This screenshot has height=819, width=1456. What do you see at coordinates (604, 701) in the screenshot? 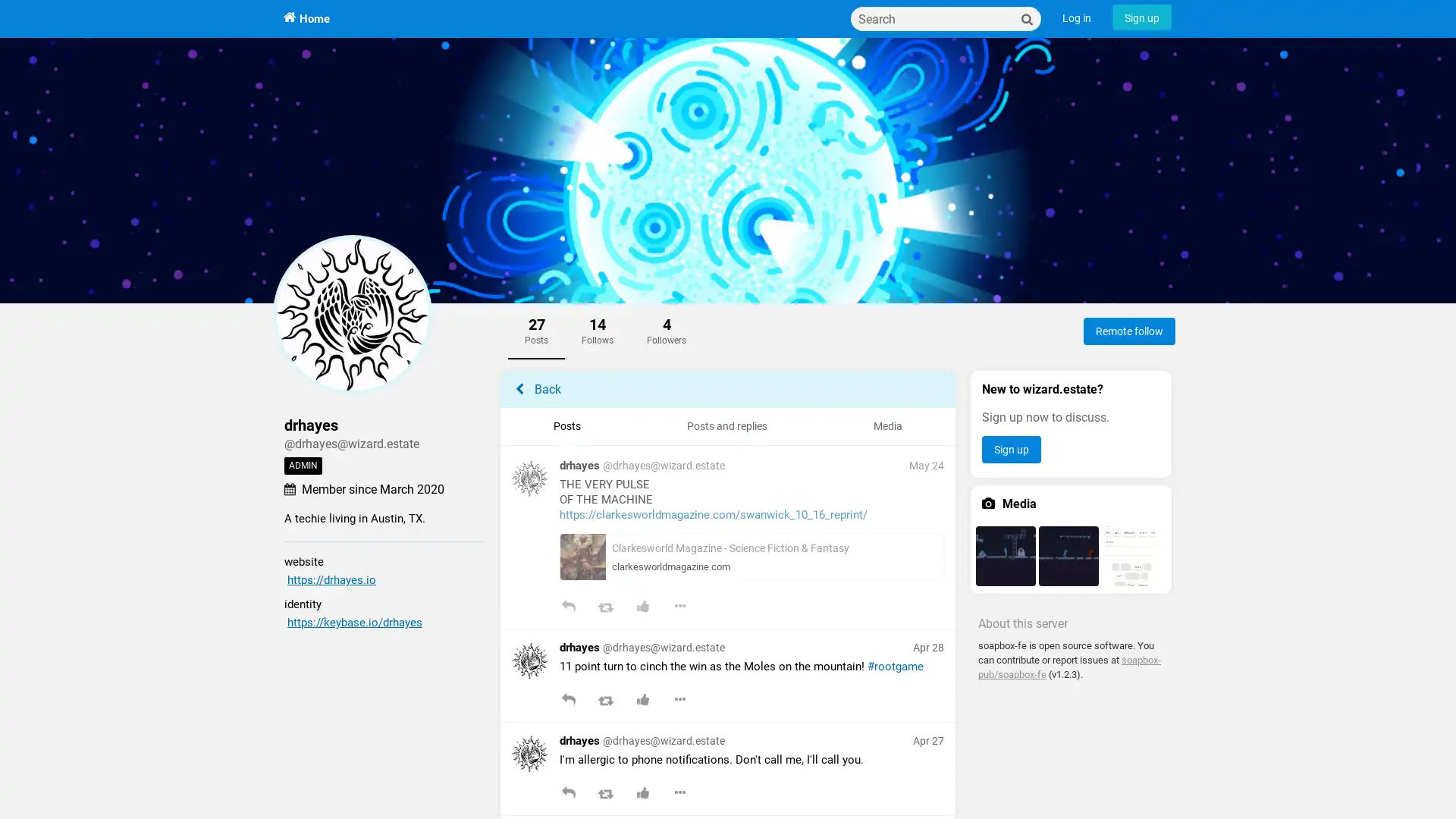
I see `Repost` at bounding box center [604, 701].